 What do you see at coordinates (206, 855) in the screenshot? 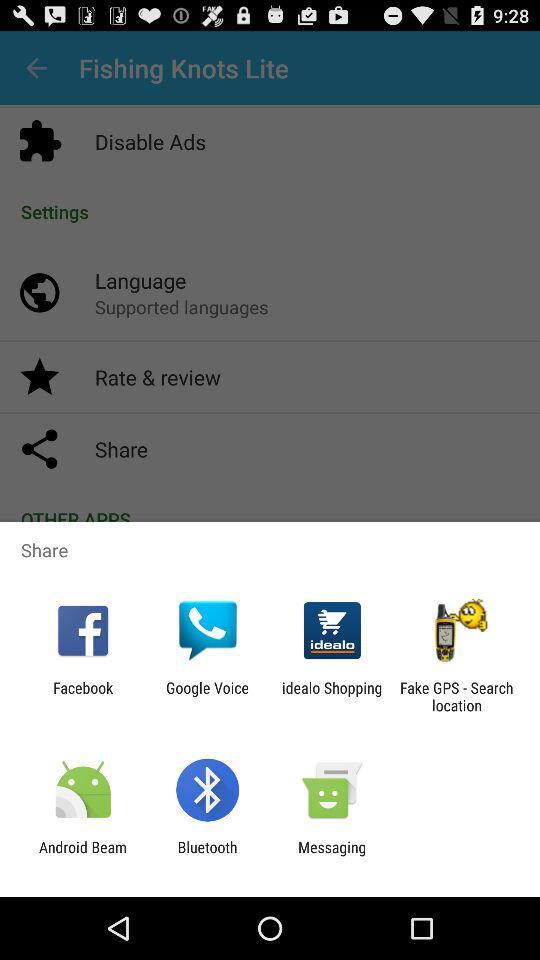
I see `the app next to the messaging icon` at bounding box center [206, 855].